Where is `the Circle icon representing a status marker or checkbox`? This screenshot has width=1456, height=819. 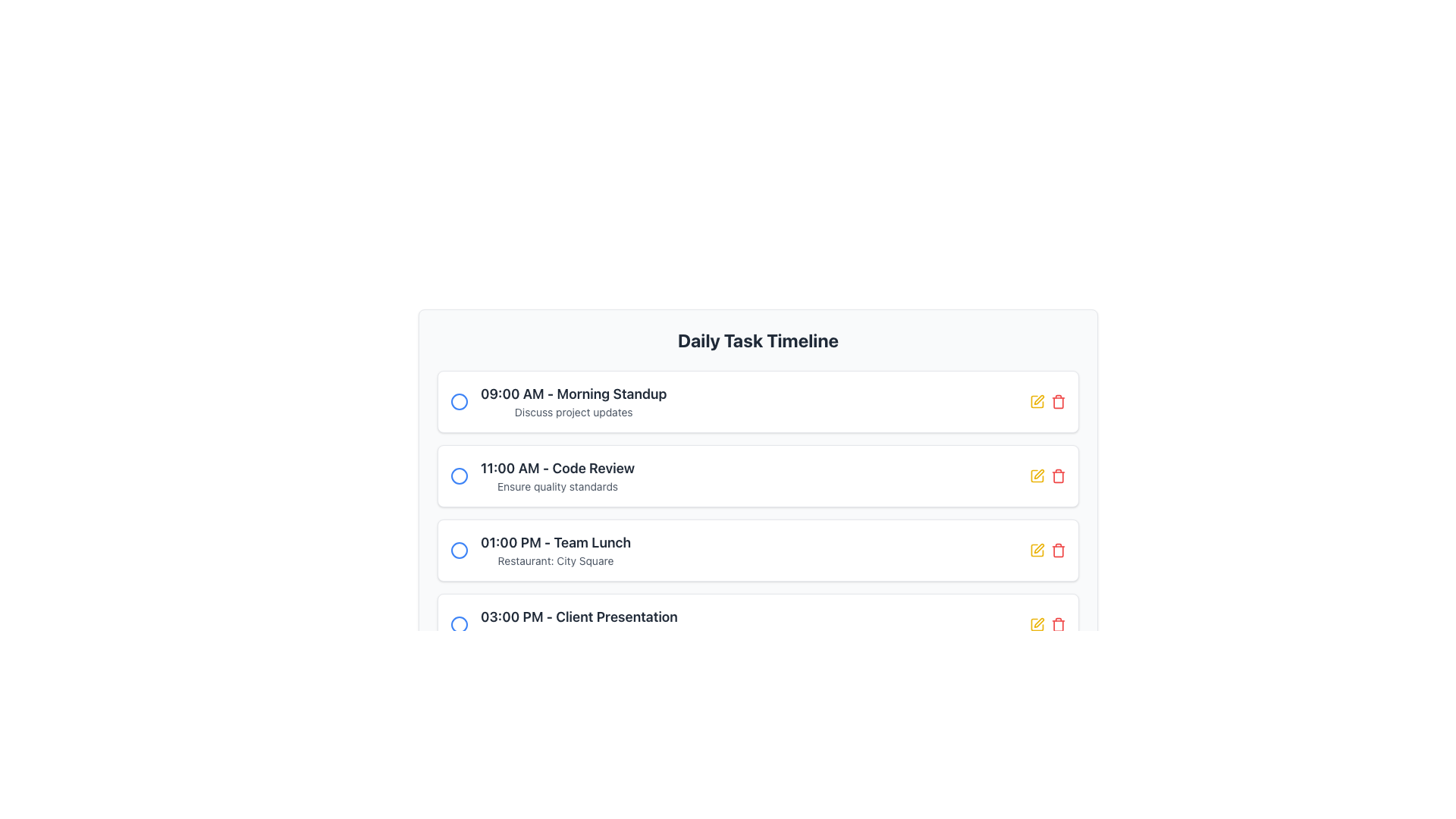
the Circle icon representing a status marker or checkbox is located at coordinates (458, 625).